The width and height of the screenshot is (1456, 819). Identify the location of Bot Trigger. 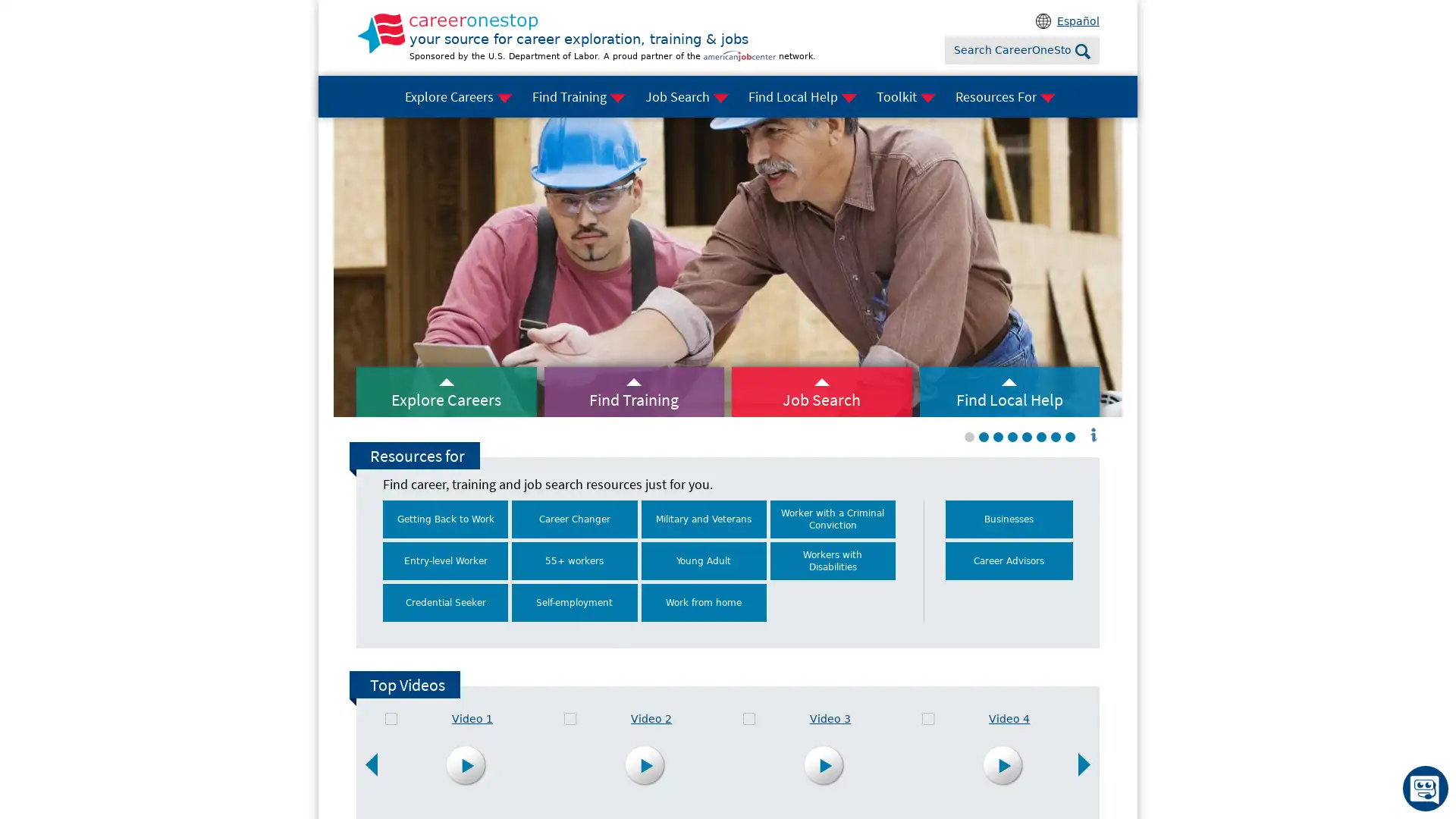
(1425, 788).